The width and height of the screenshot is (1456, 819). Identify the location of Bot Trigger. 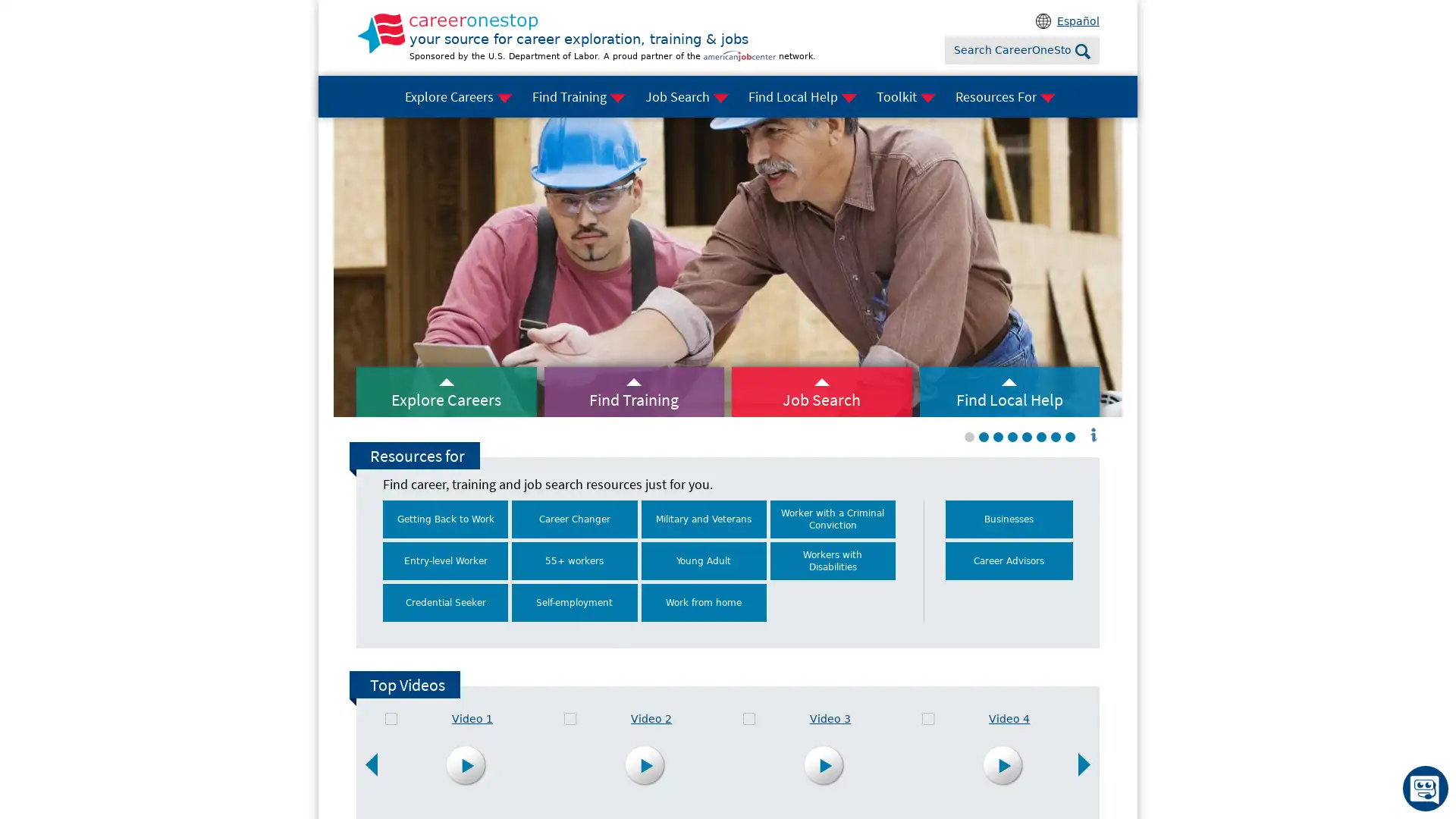
(1425, 788).